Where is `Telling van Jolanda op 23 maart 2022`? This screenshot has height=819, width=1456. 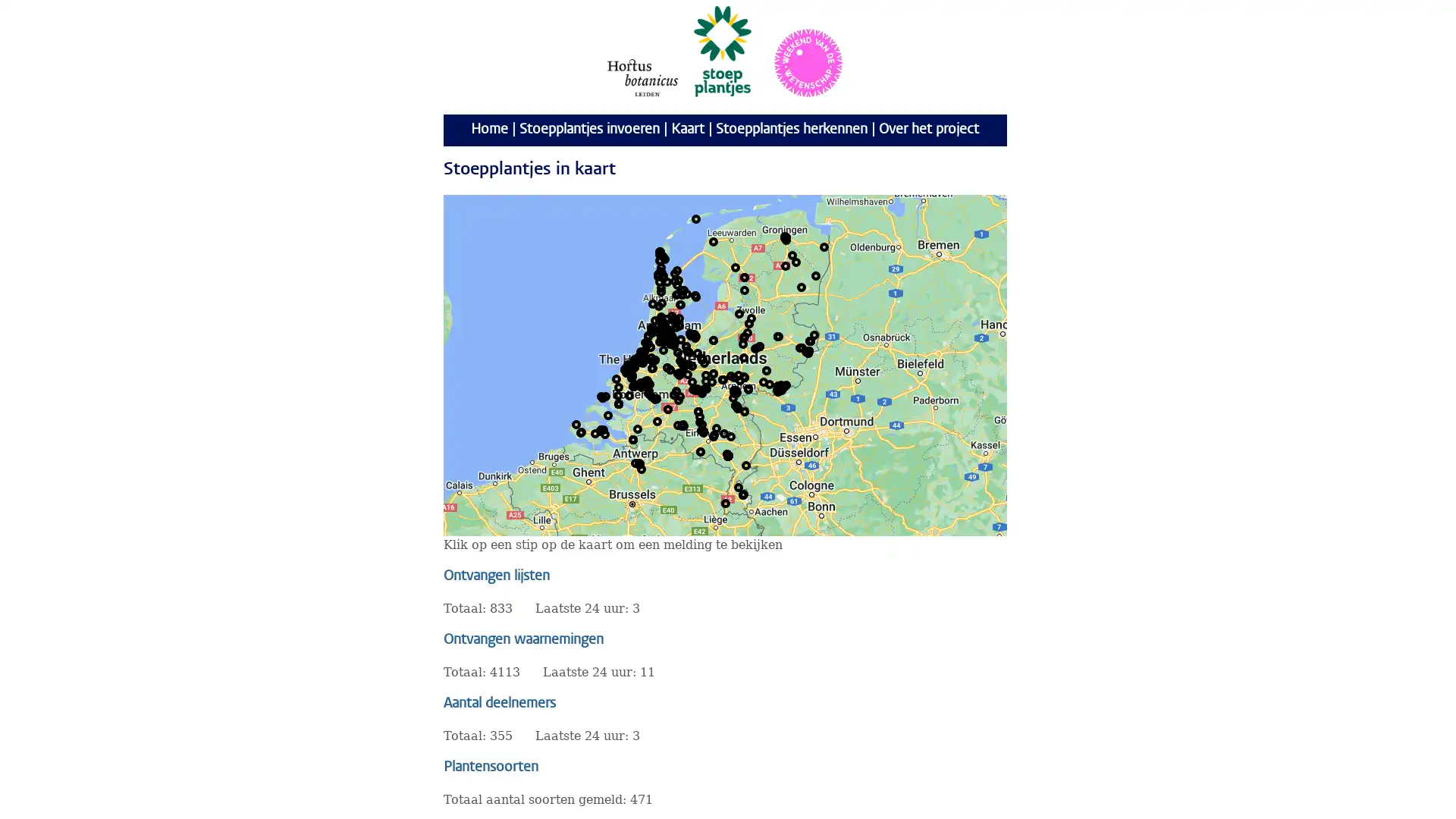
Telling van Jolanda op 23 maart 2022 is located at coordinates (682, 424).